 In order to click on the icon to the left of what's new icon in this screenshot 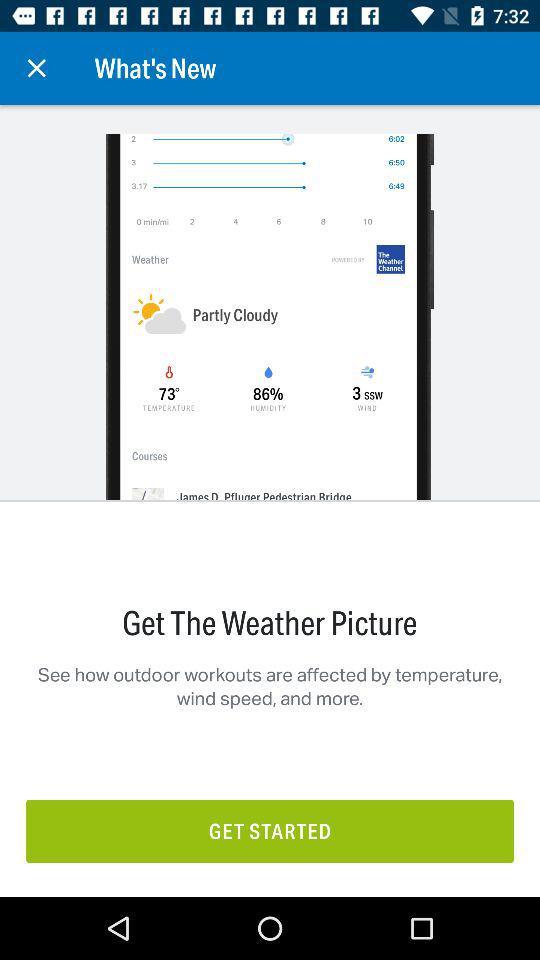, I will do `click(36, 68)`.